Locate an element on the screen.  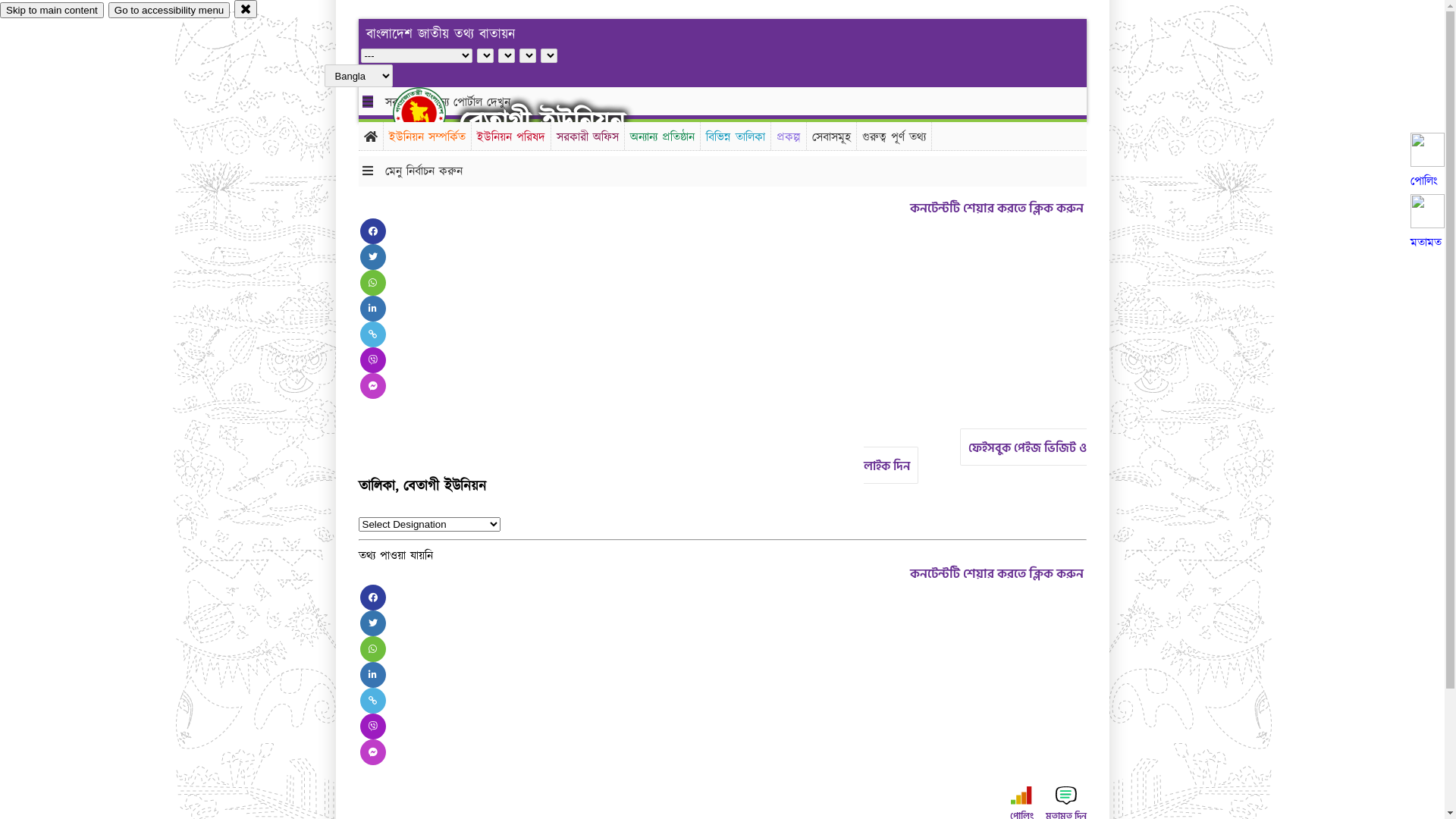
'Go to accessibility menu' is located at coordinates (108, 10).